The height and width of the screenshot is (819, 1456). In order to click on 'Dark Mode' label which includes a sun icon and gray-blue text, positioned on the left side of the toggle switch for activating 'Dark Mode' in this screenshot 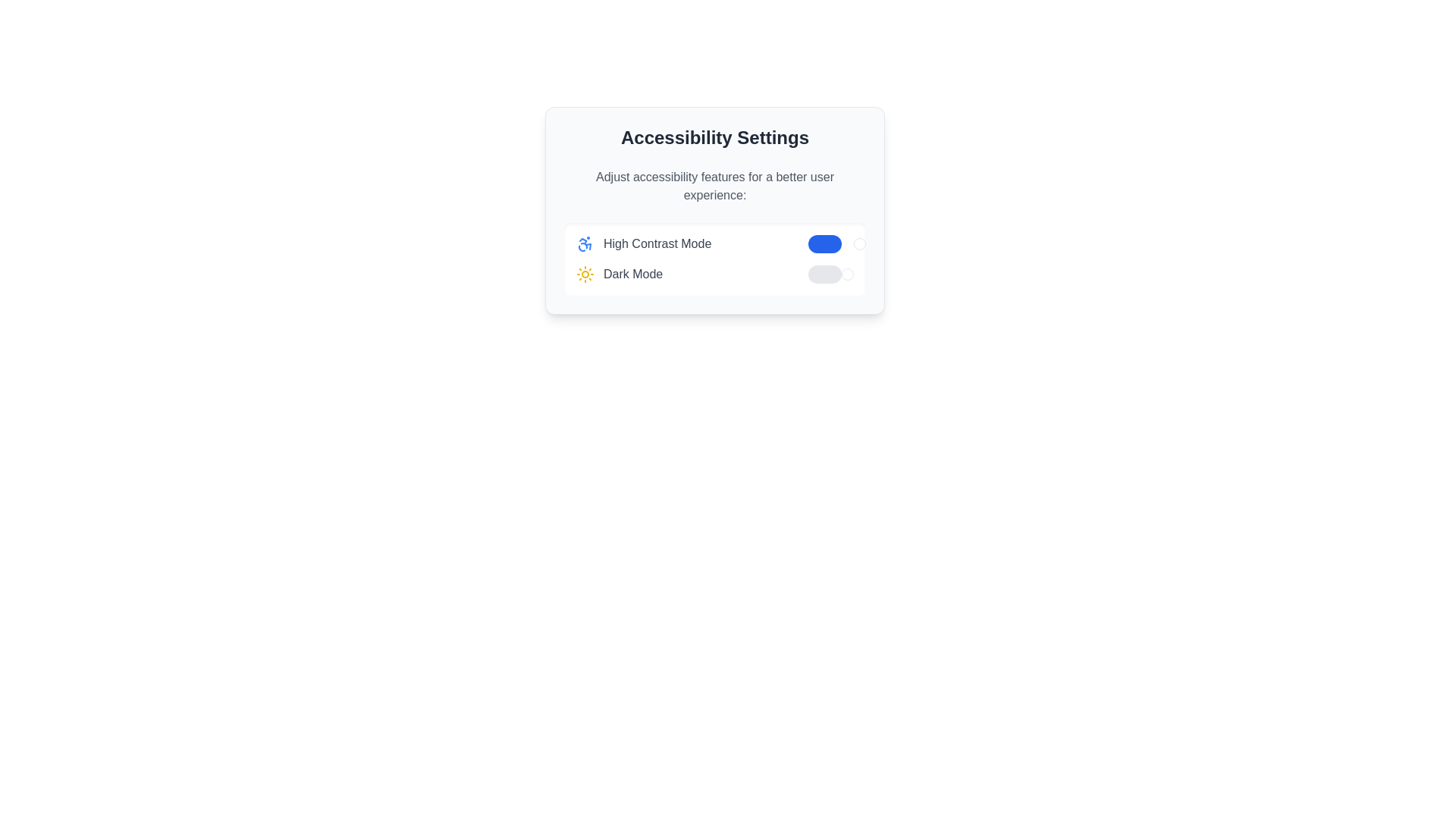, I will do `click(620, 275)`.